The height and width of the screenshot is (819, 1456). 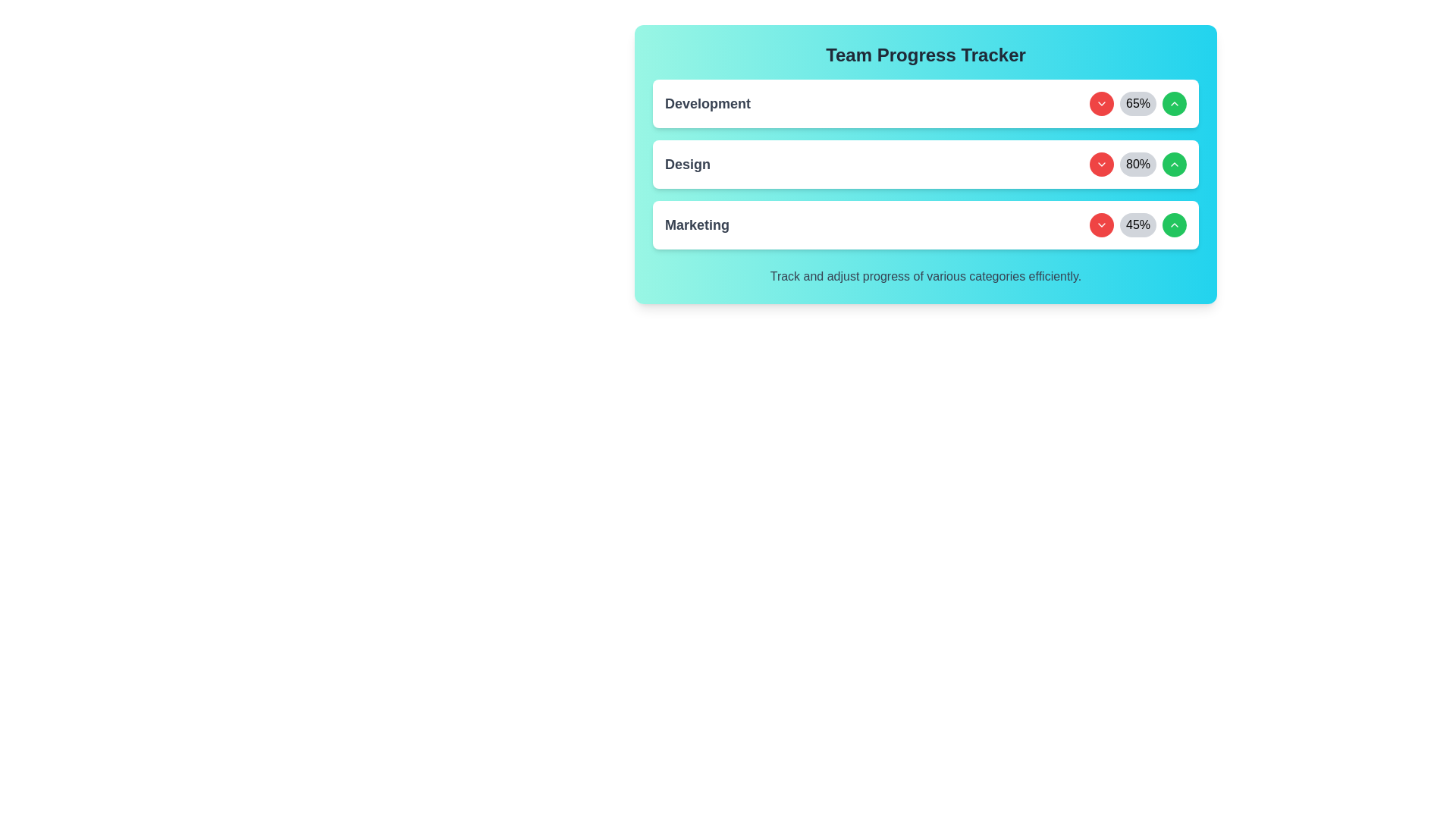 What do you see at coordinates (1102, 225) in the screenshot?
I see `the red circular button with a white downward-facing chevron icon in the Marketing progress section to decrease progress` at bounding box center [1102, 225].